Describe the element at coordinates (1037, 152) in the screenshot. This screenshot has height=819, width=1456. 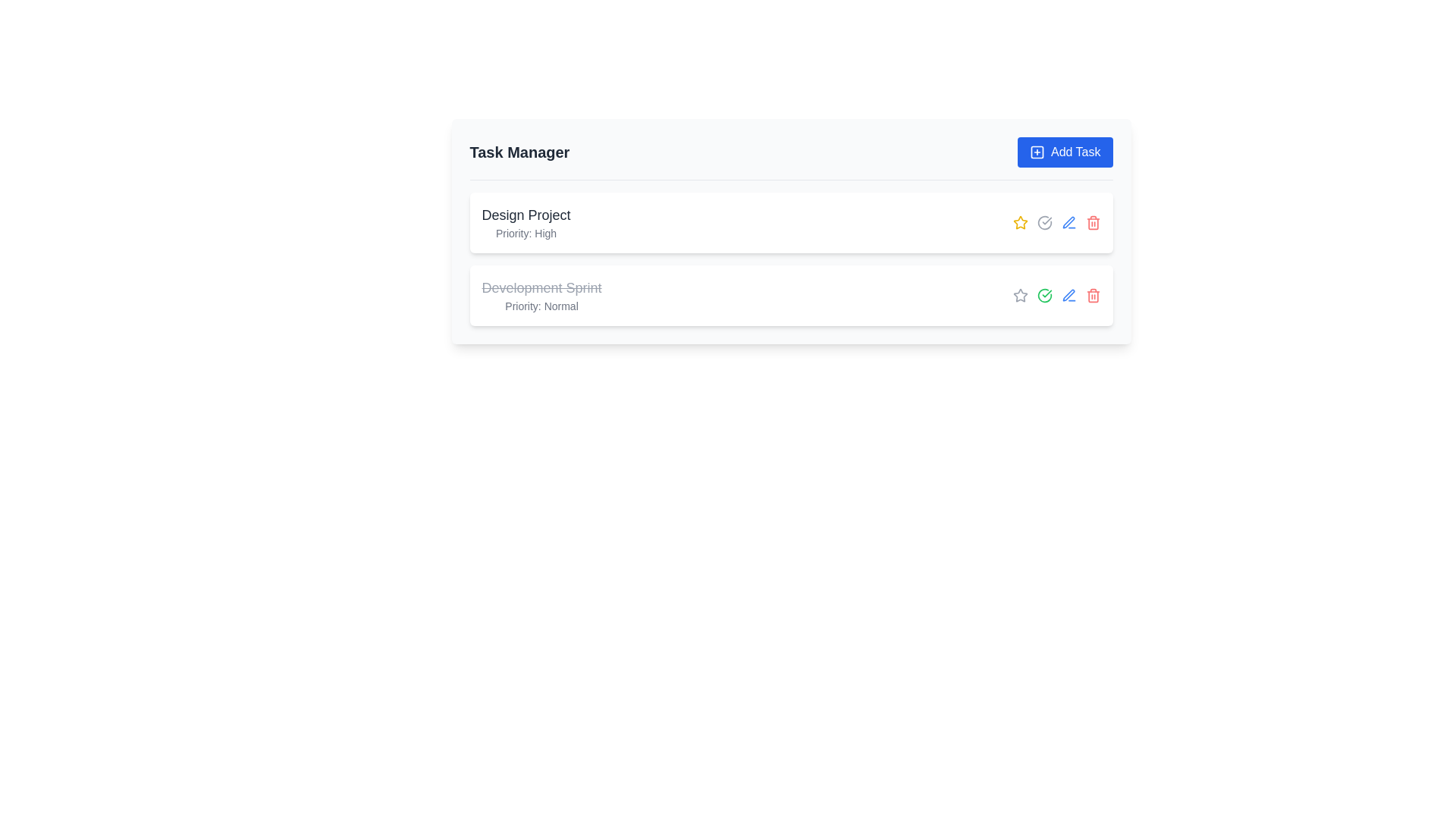
I see `the icon located at the top-right corner of the interface within the 'Add Task' button` at that location.